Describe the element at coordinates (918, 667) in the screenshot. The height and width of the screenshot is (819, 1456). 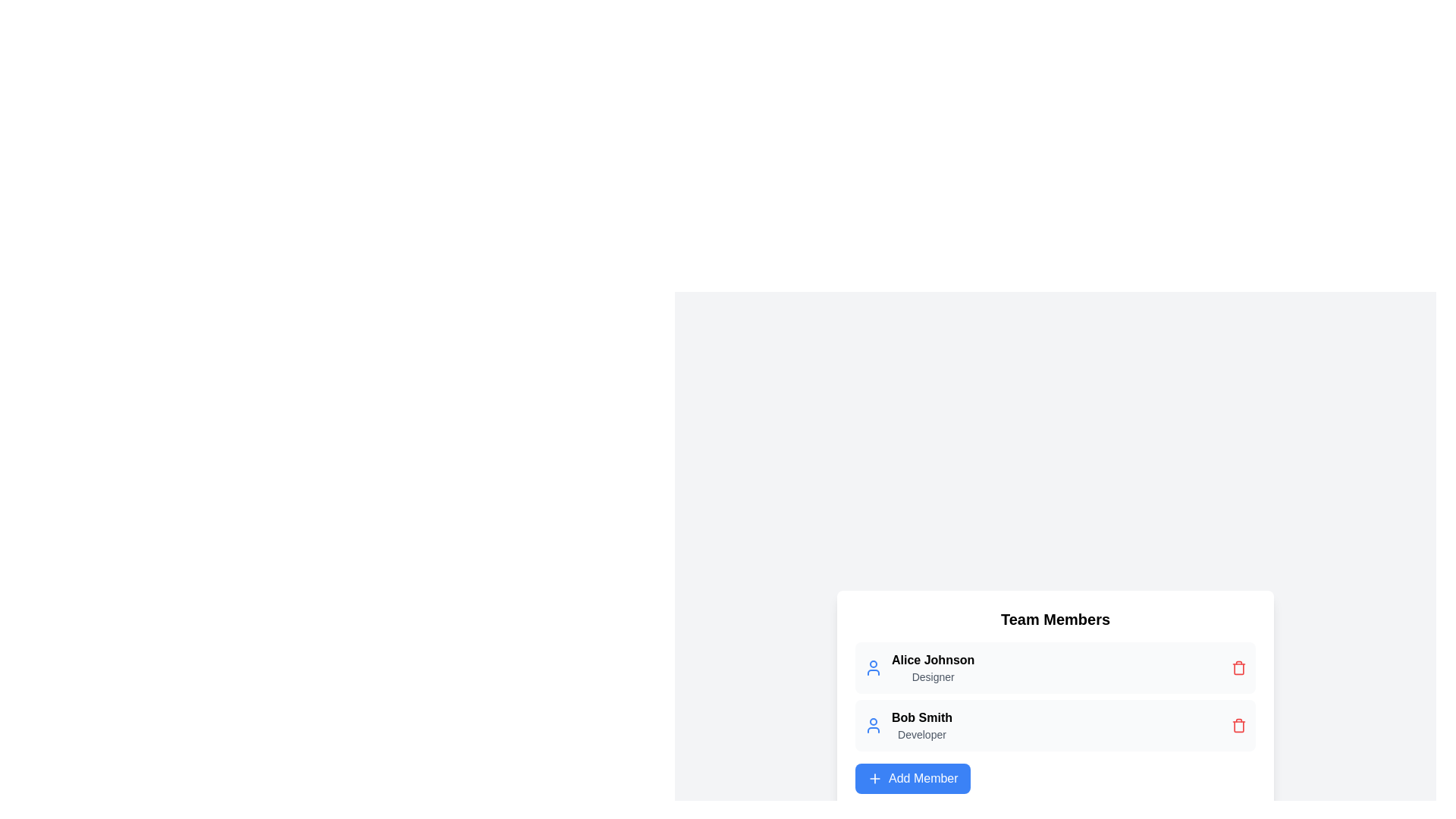
I see `the Profile Display of the first team member, located in a light gray rounded box` at that location.